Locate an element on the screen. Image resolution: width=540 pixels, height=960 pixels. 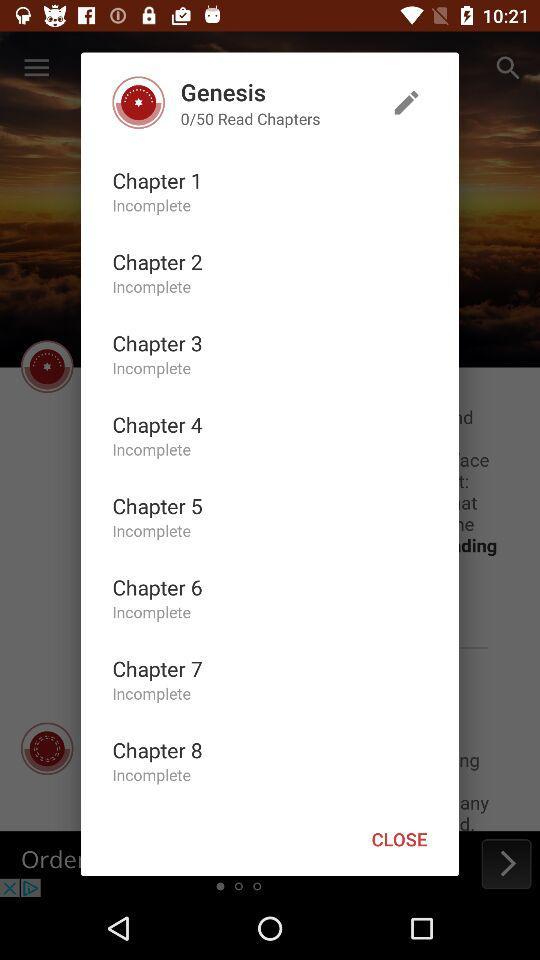
icon below the incomplete is located at coordinates (156, 668).